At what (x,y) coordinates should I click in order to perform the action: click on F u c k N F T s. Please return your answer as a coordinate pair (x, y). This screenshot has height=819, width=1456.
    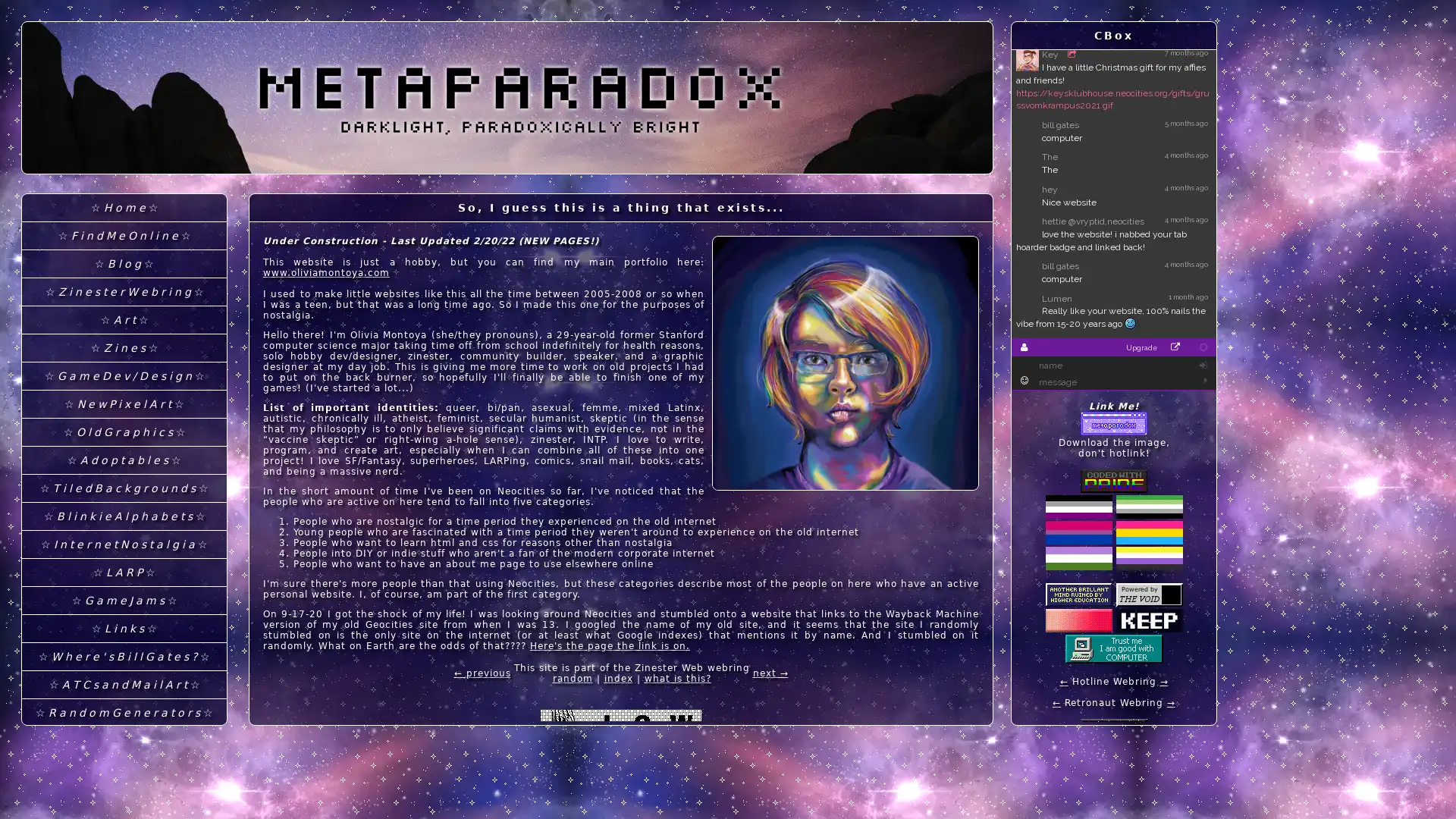
    Looking at the image, I should click on (124, 740).